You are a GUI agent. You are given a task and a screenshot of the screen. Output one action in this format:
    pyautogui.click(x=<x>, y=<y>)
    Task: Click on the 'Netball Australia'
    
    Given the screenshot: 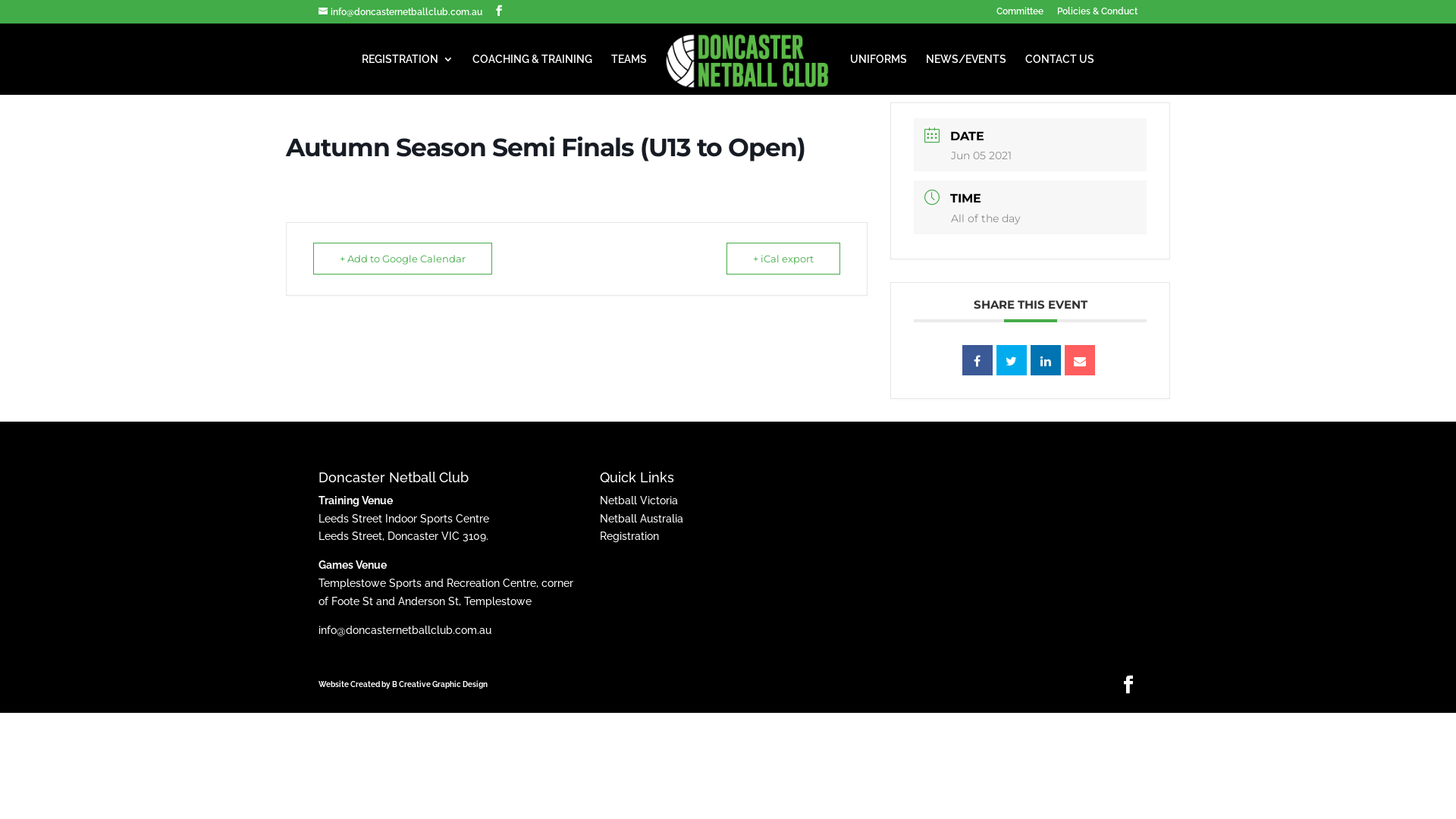 What is the action you would take?
    pyautogui.click(x=641, y=517)
    